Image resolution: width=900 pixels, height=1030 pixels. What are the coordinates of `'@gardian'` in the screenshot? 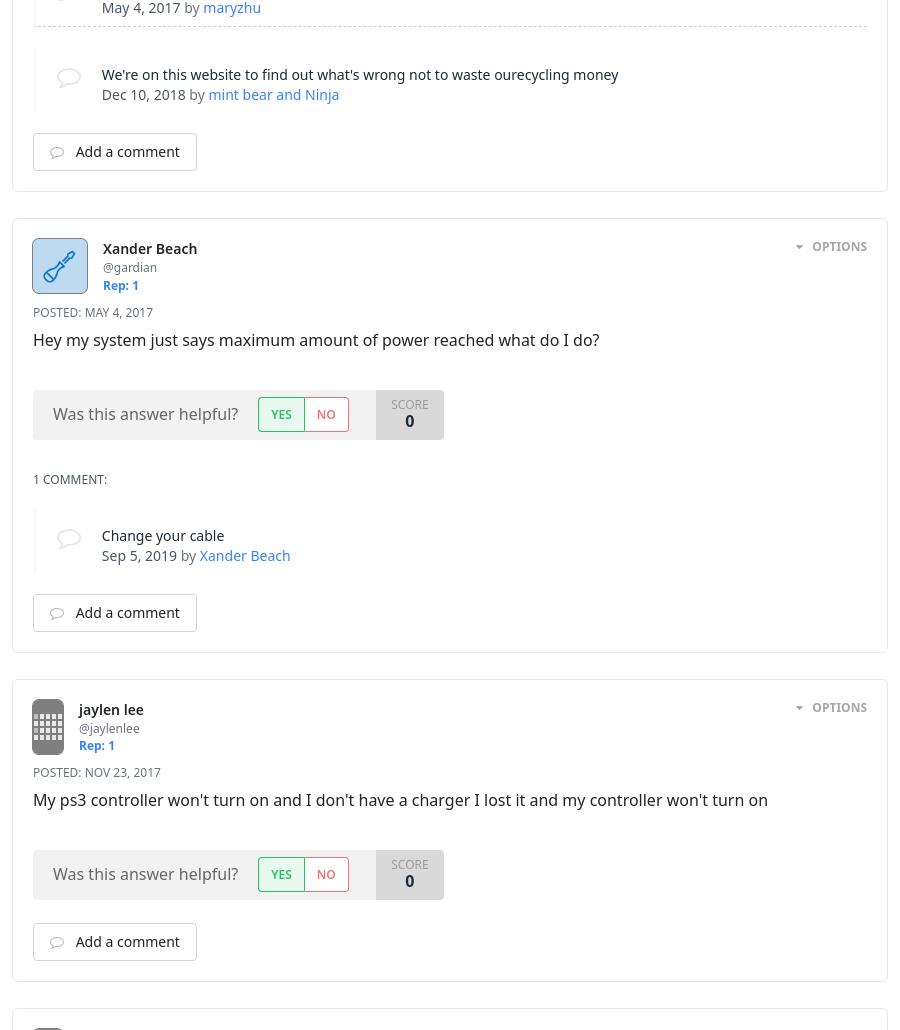 It's located at (129, 266).